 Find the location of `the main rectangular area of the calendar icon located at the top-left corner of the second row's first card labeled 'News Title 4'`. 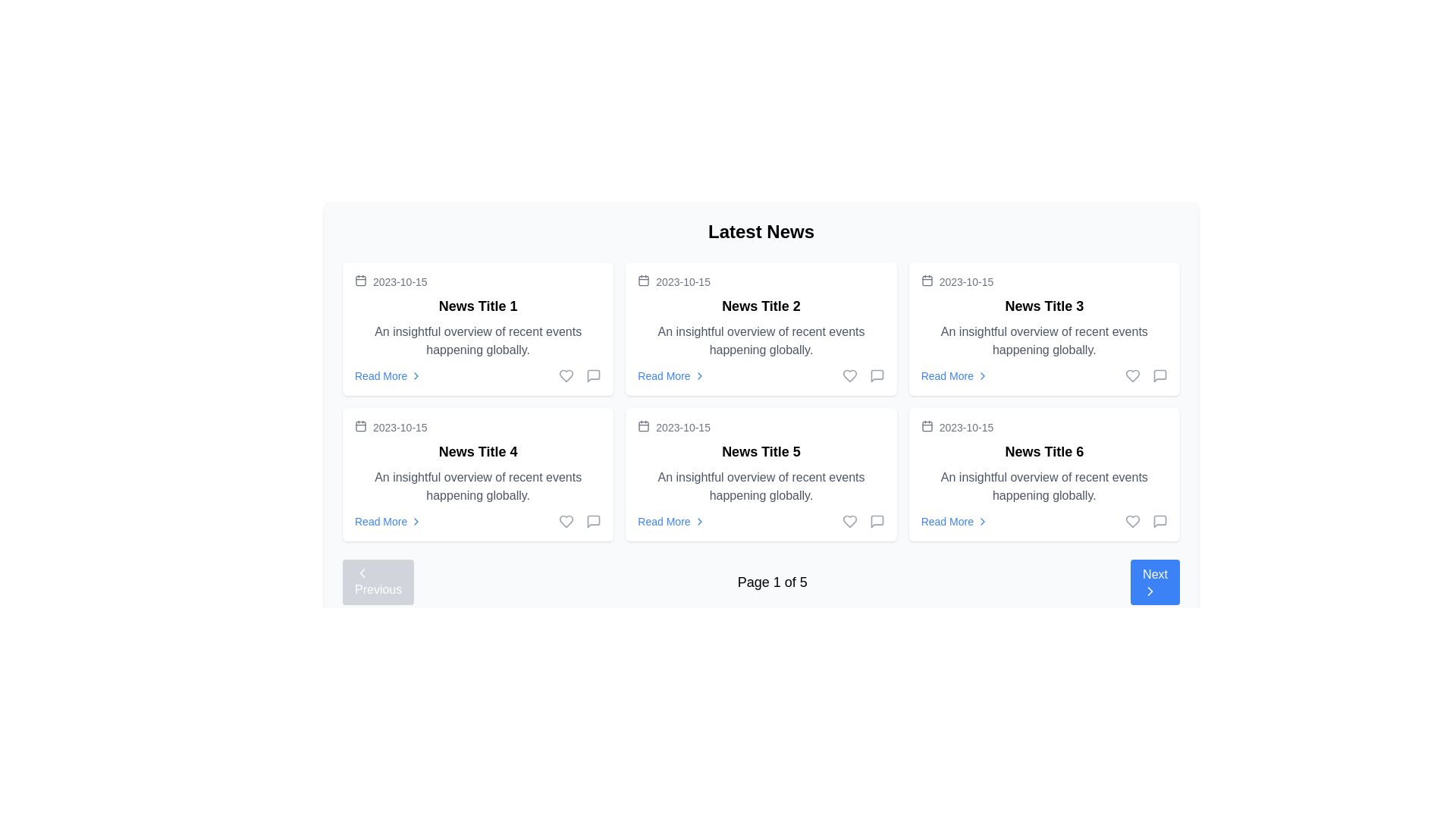

the main rectangular area of the calendar icon located at the top-left corner of the second row's first card labeled 'News Title 4' is located at coordinates (359, 426).